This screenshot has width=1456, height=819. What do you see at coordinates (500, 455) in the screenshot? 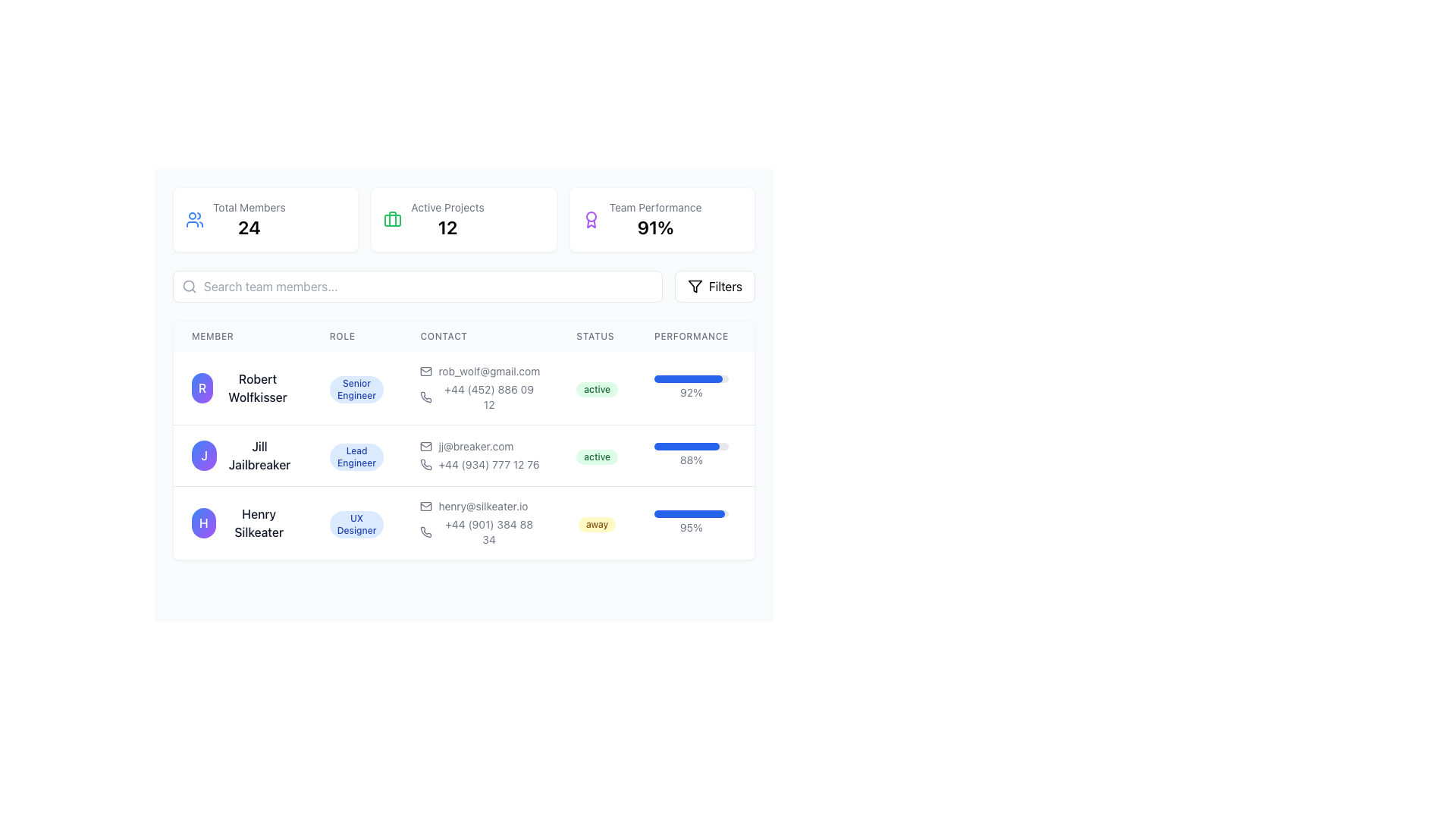
I see `the interactive sub-element within the row of information for 'Jill Jailbreaker', which includes the avatar, name, role, contact details, or status label` at bounding box center [500, 455].